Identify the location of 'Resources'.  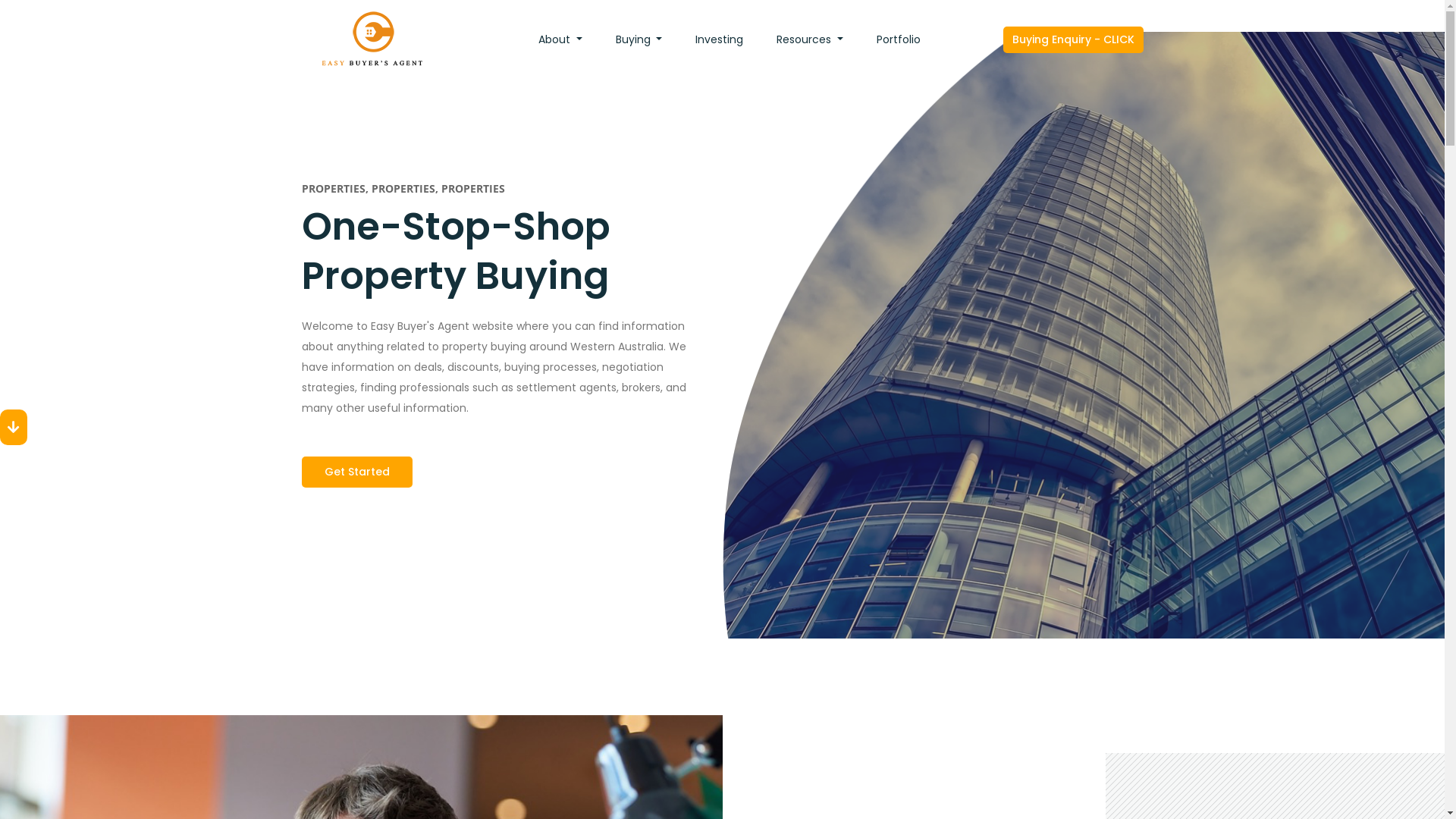
(808, 39).